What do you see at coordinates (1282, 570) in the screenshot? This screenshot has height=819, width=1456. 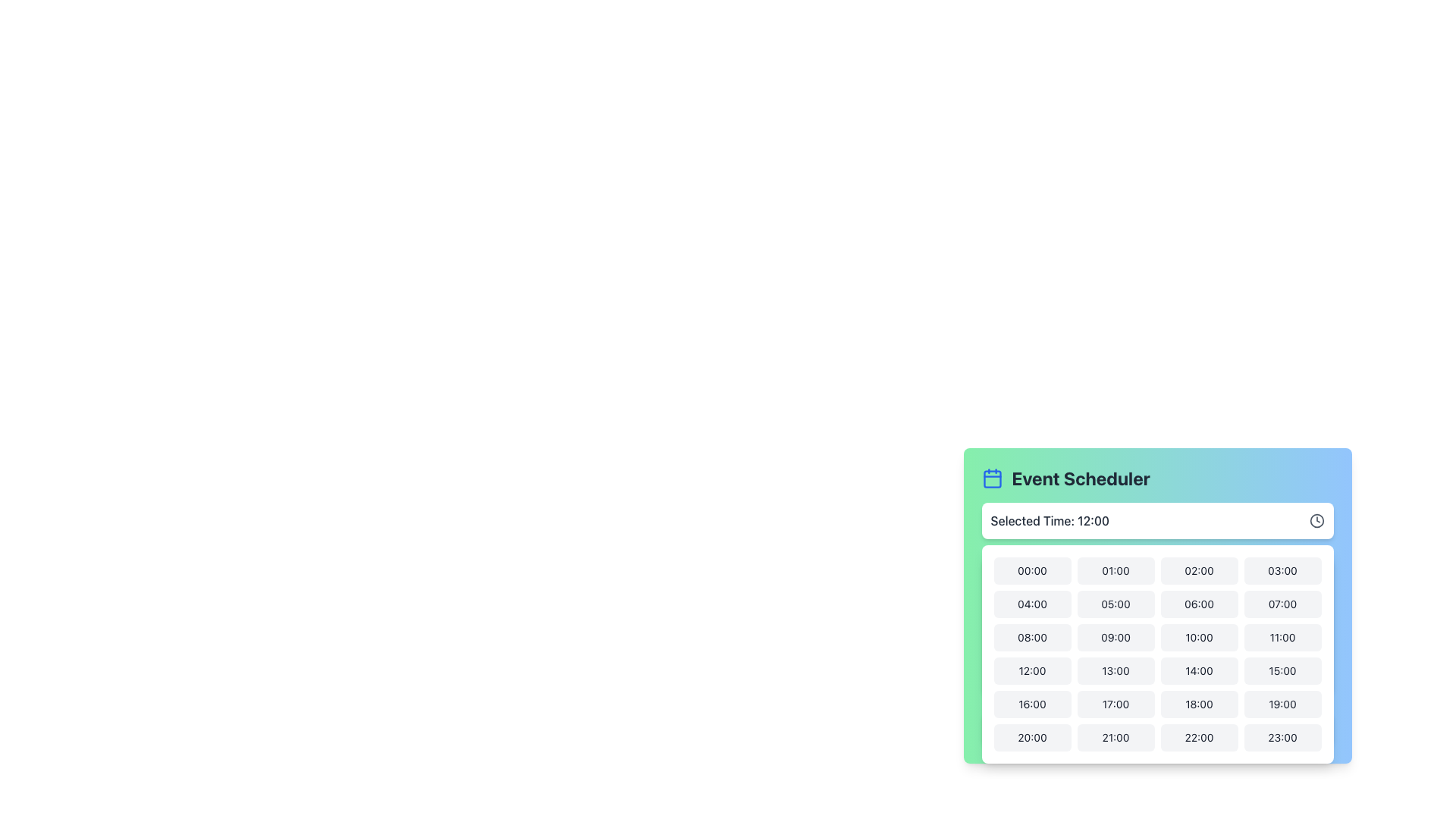 I see `the time-selection button for '03:00' in the Event Scheduler UI to change its background` at bounding box center [1282, 570].